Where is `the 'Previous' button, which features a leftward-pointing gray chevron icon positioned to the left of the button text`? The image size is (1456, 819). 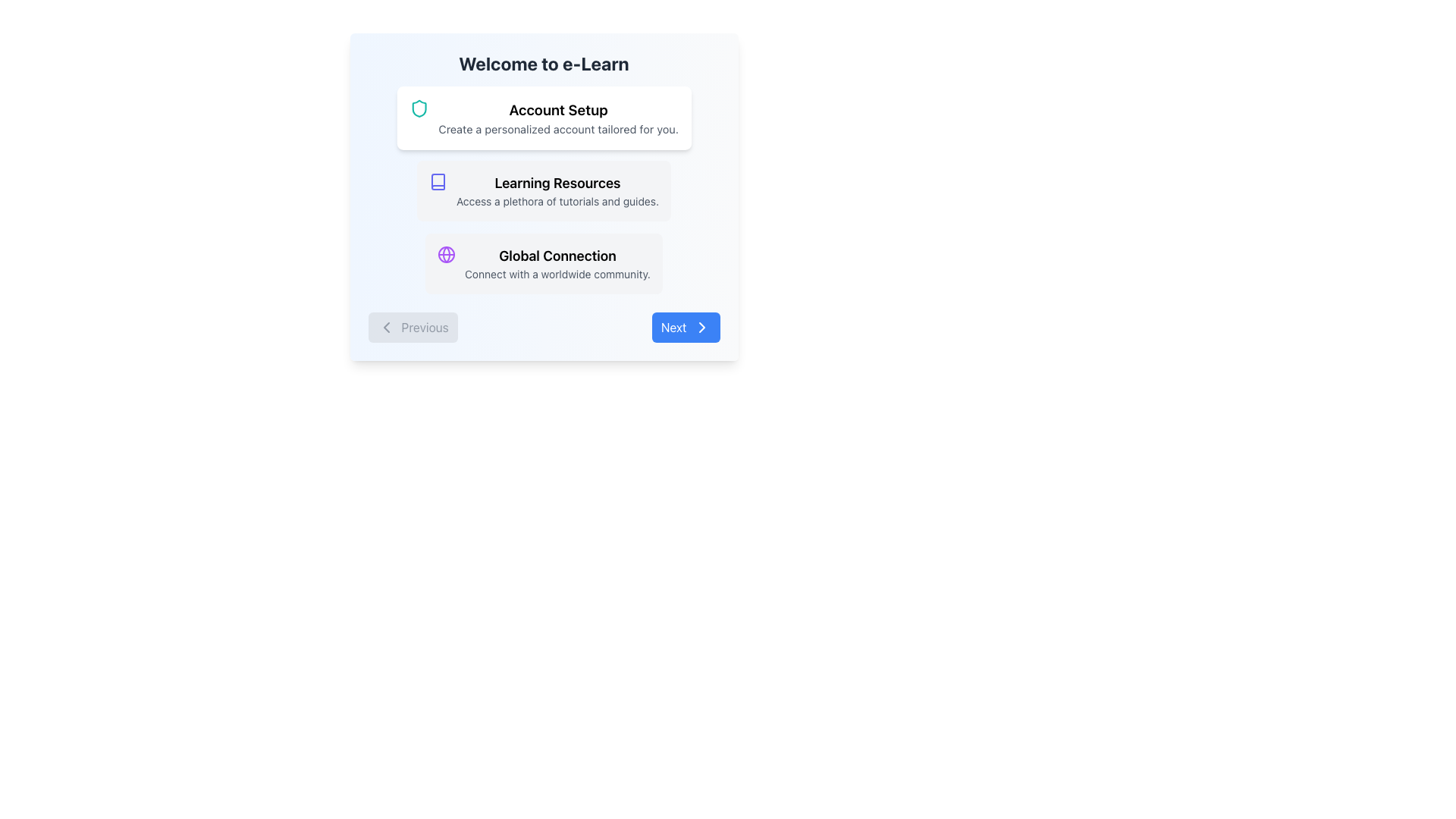
the 'Previous' button, which features a leftward-pointing gray chevron icon positioned to the left of the button text is located at coordinates (386, 327).